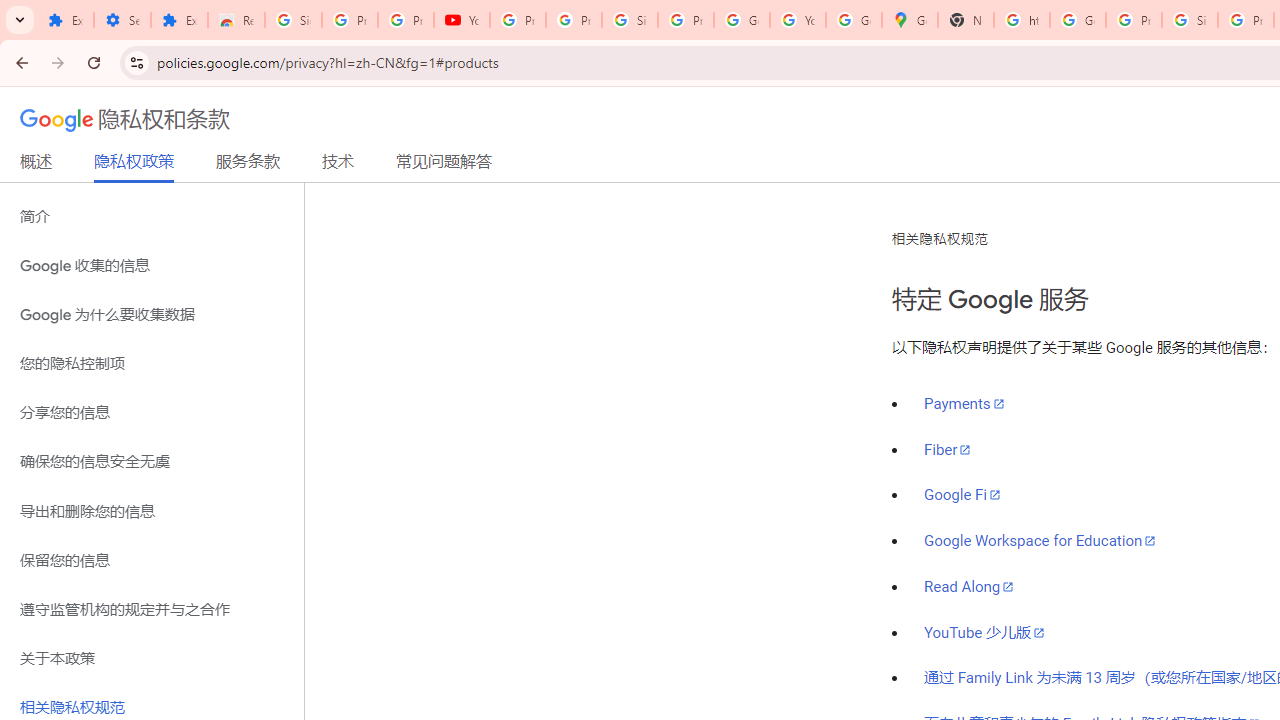  I want to click on 'Fiber', so click(946, 448).